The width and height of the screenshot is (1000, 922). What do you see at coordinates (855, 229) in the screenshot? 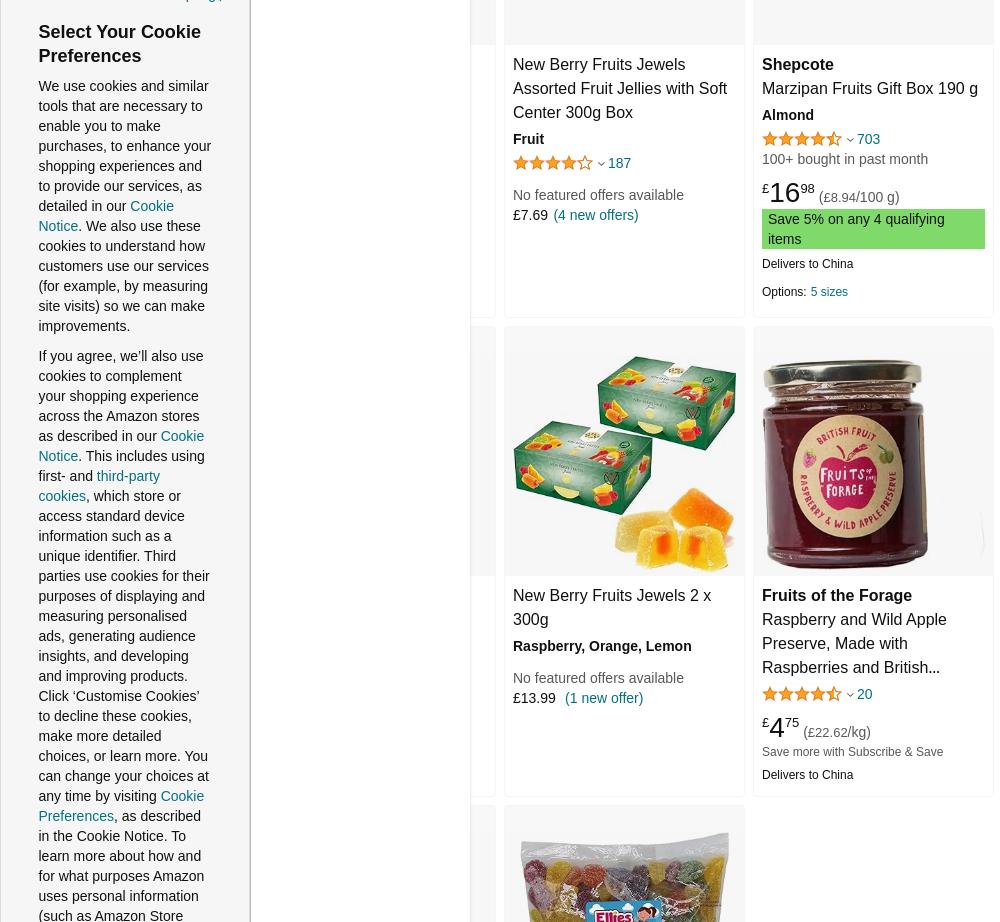
I see `'Save 5% on any 4 qualifying items'` at bounding box center [855, 229].